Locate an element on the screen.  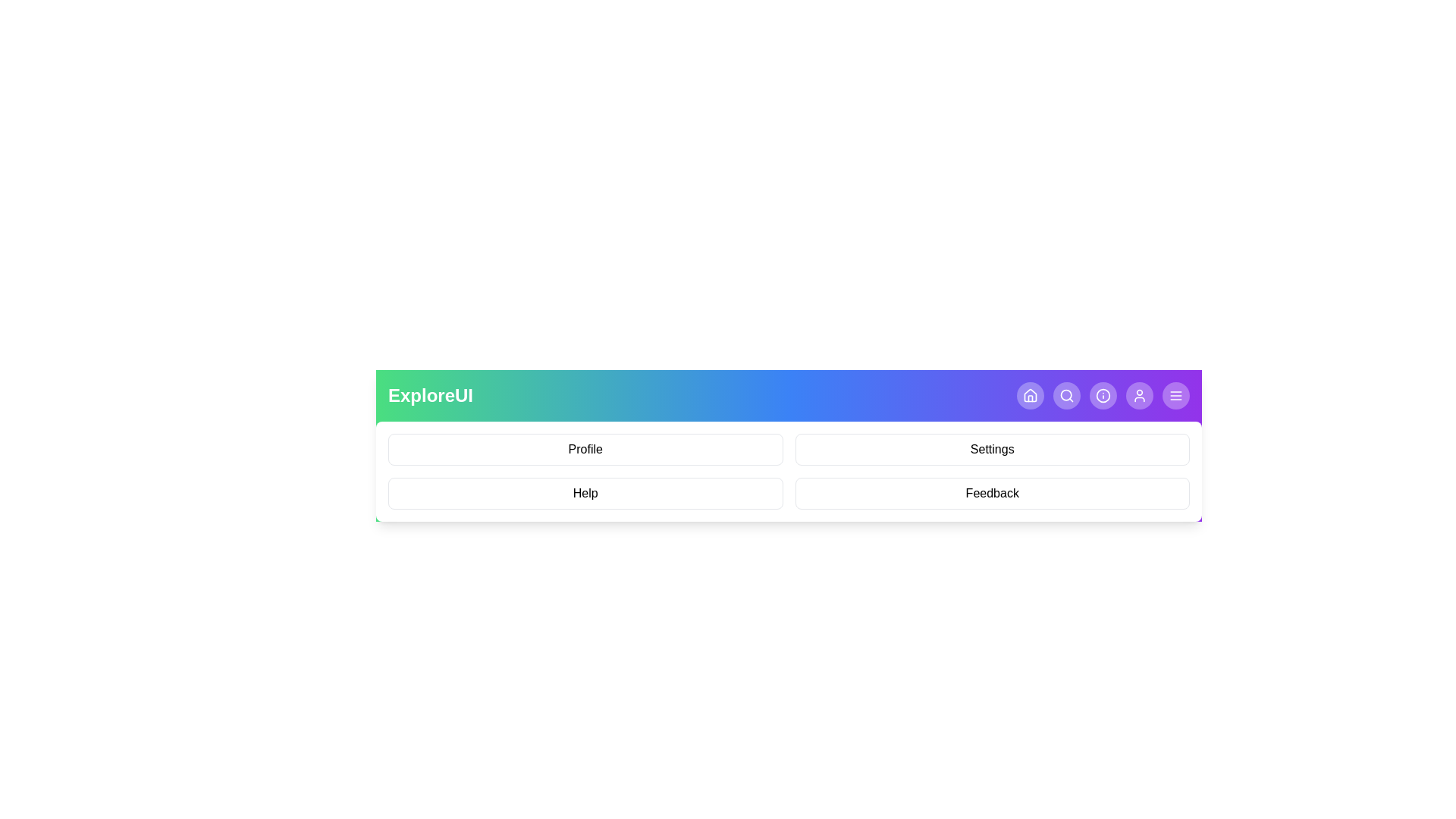
the Info navigation button in the app bar is located at coordinates (1103, 394).